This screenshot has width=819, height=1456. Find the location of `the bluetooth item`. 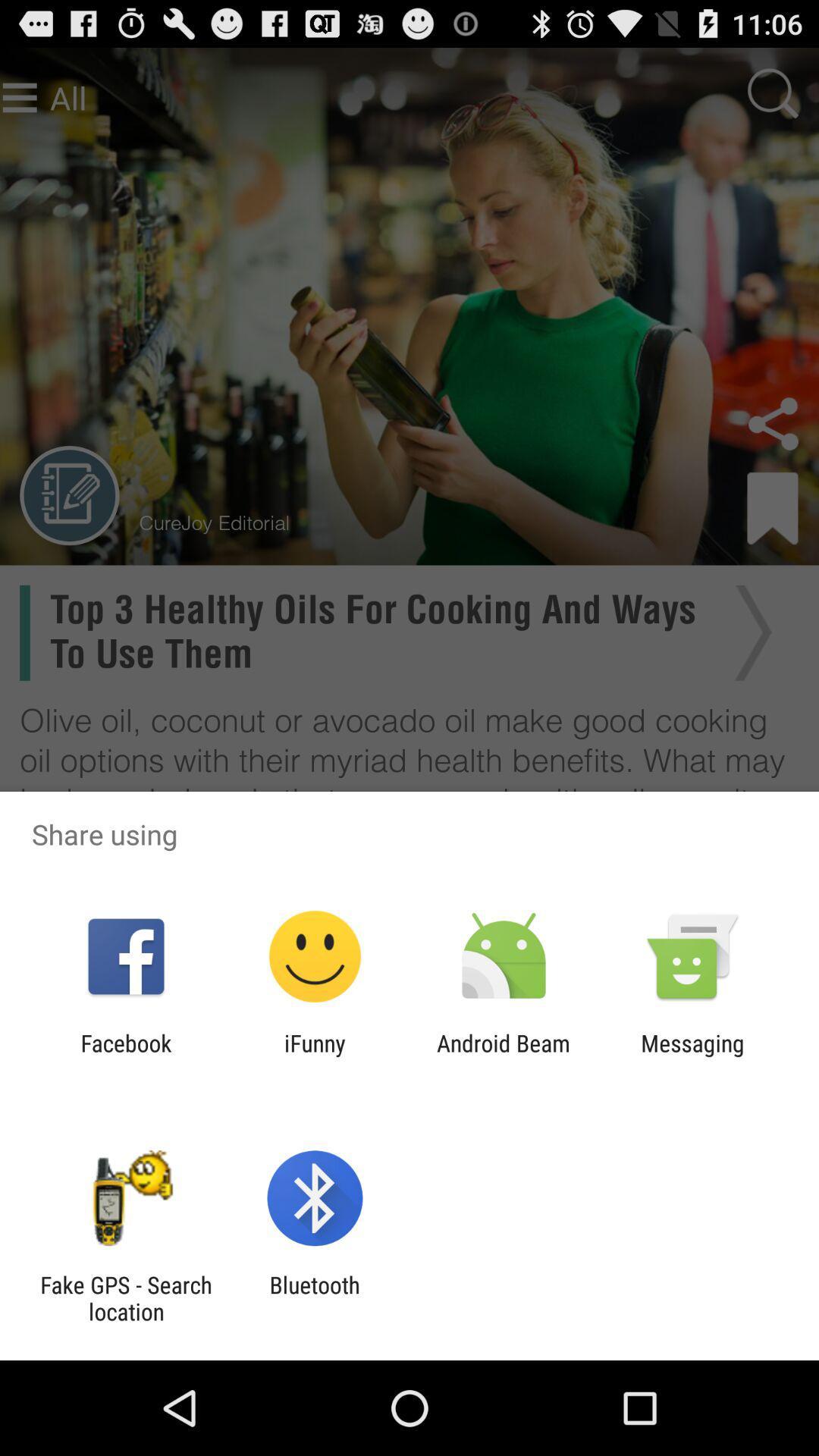

the bluetooth item is located at coordinates (314, 1298).